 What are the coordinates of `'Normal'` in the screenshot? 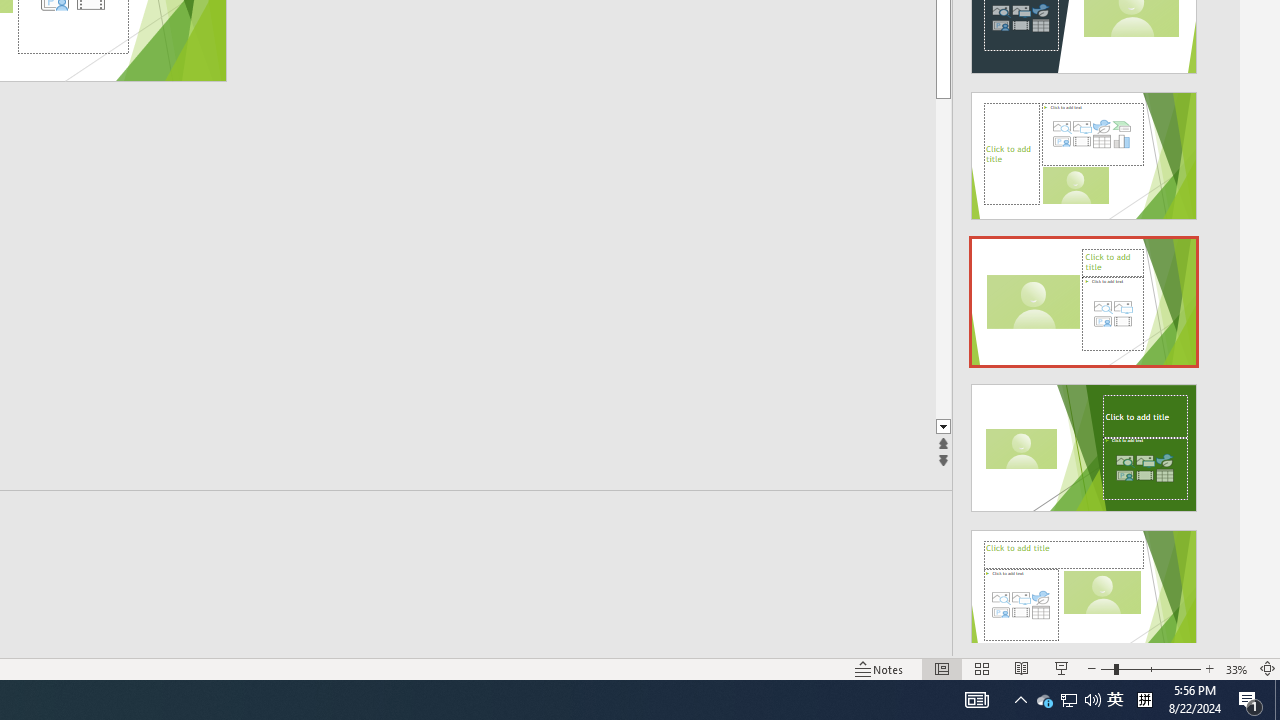 It's located at (941, 669).